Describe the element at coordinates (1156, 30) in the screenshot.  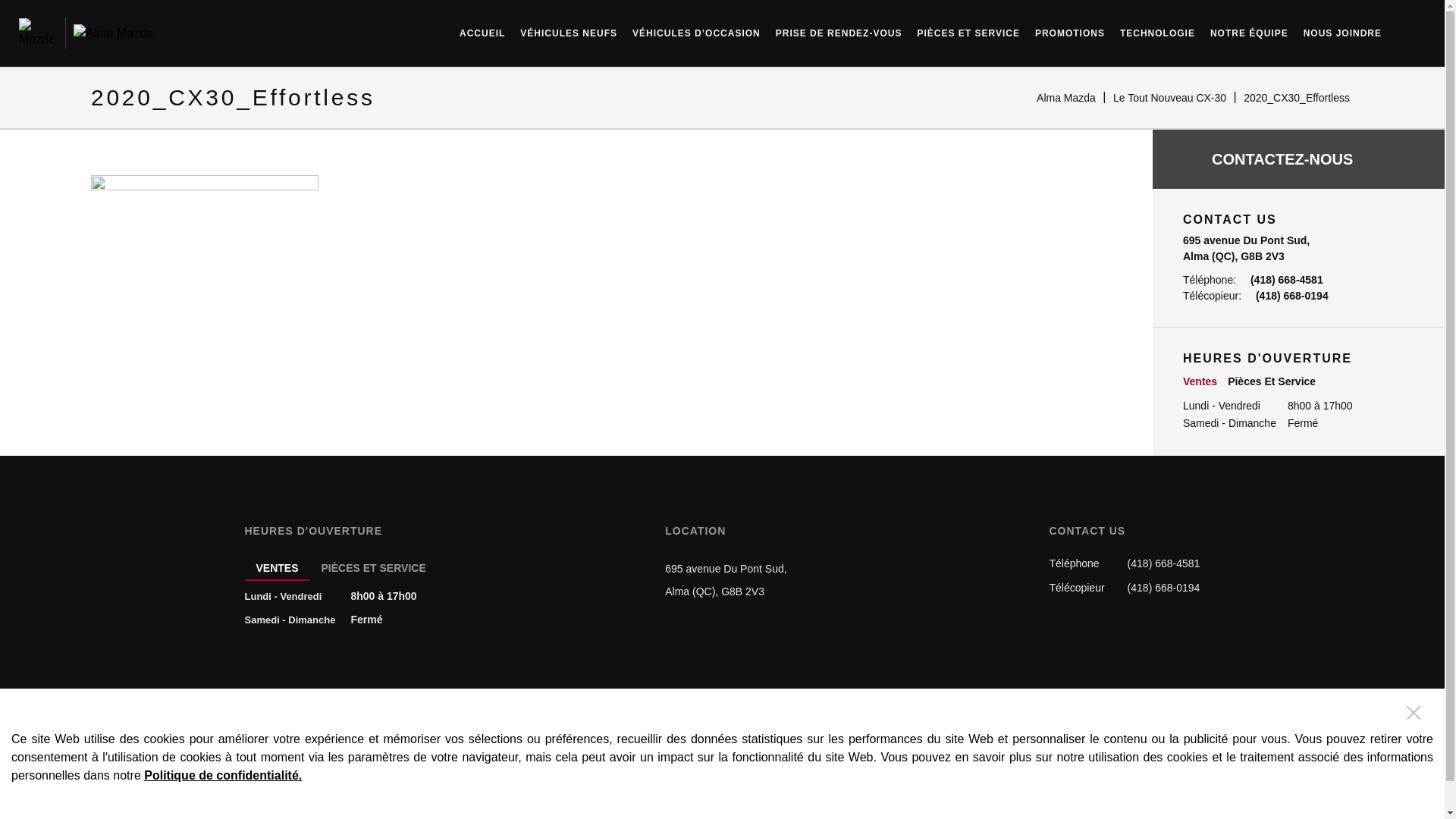
I see `'TECHNOLOGIE'` at that location.